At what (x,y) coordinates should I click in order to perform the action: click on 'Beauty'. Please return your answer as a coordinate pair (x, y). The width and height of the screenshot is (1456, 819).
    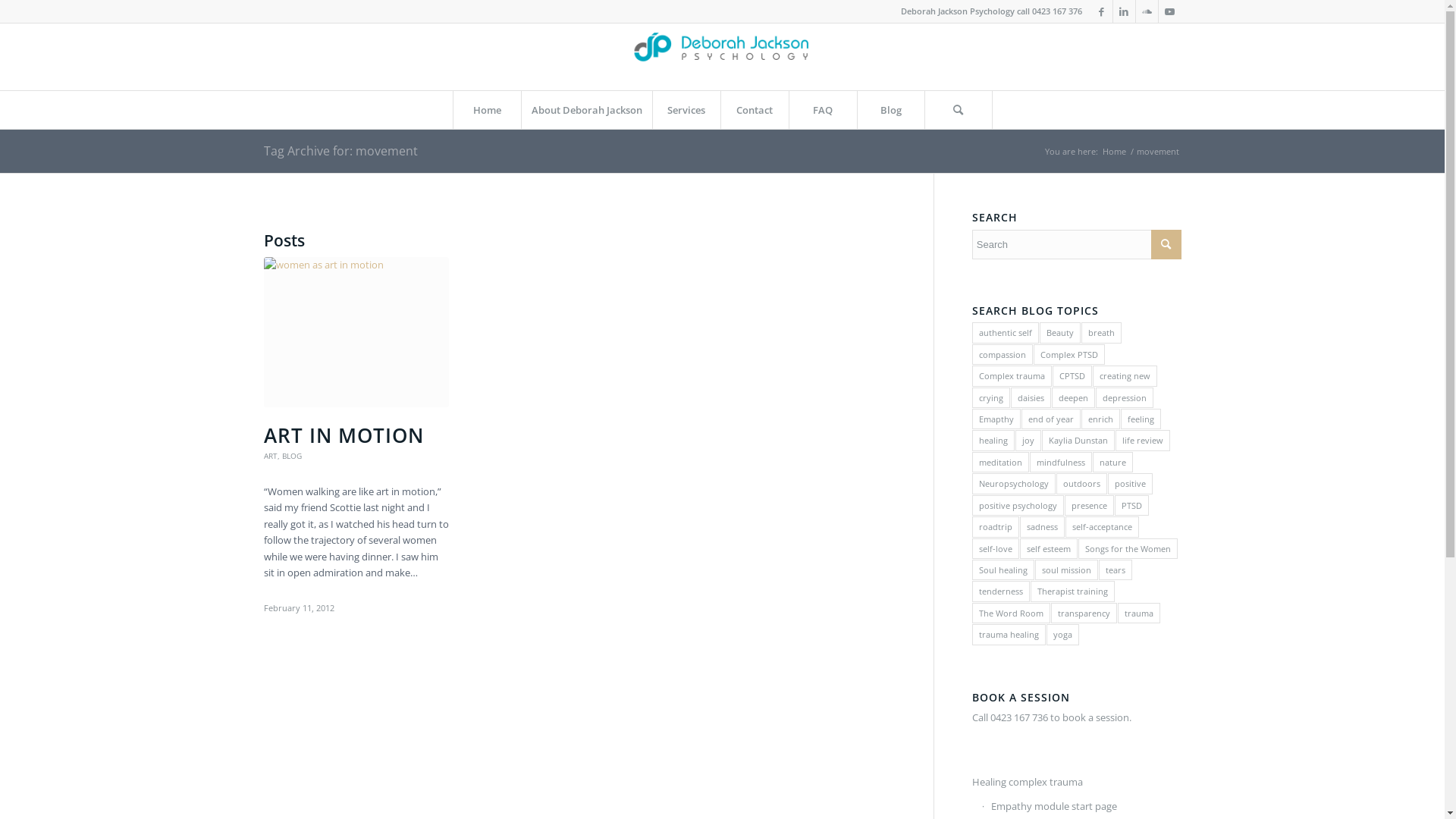
    Looking at the image, I should click on (1059, 331).